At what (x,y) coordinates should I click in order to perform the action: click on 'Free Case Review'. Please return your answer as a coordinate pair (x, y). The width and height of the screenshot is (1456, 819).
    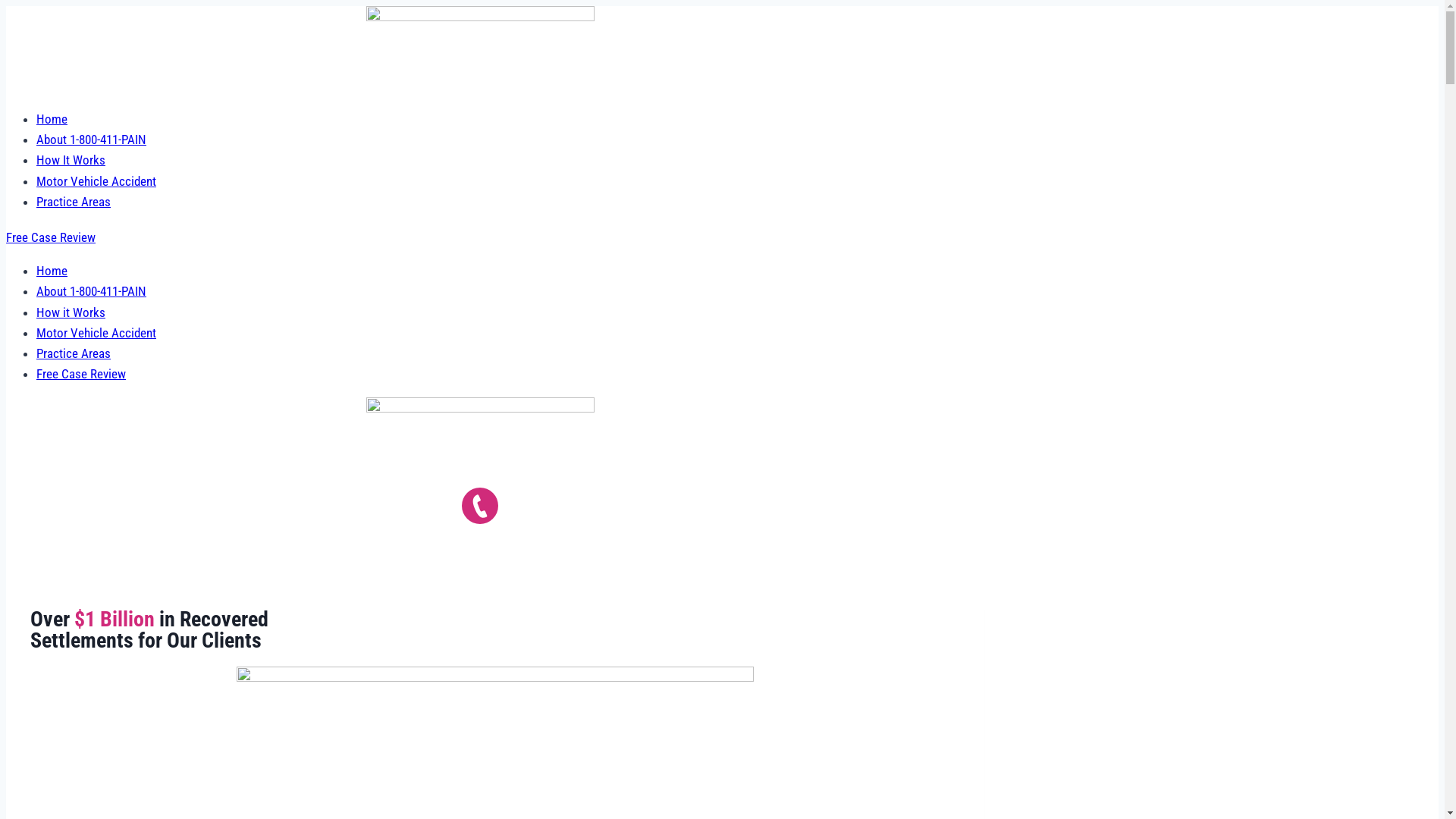
    Looking at the image, I should click on (51, 237).